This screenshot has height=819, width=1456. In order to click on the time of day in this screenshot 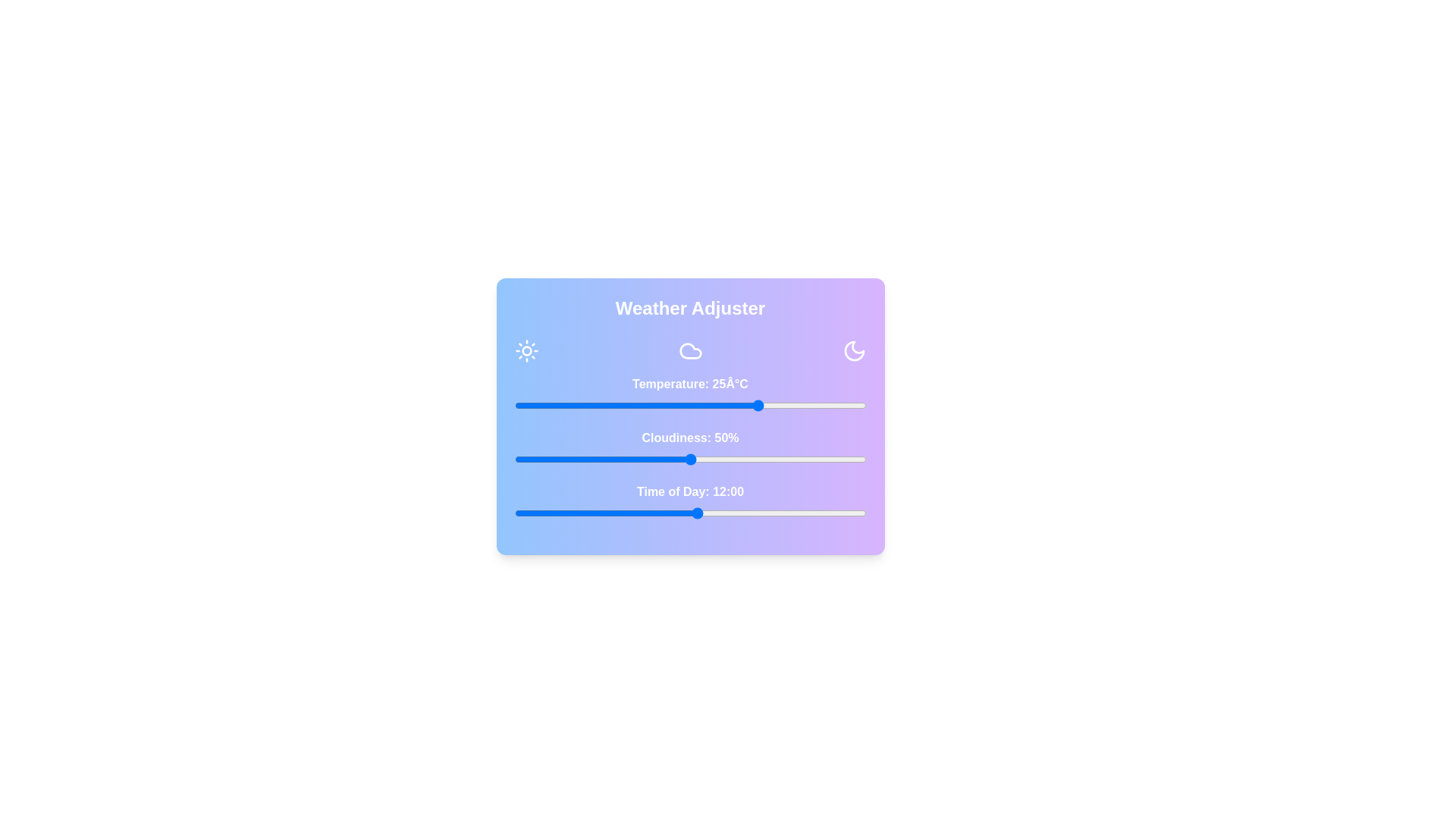, I will do `click(667, 513)`.